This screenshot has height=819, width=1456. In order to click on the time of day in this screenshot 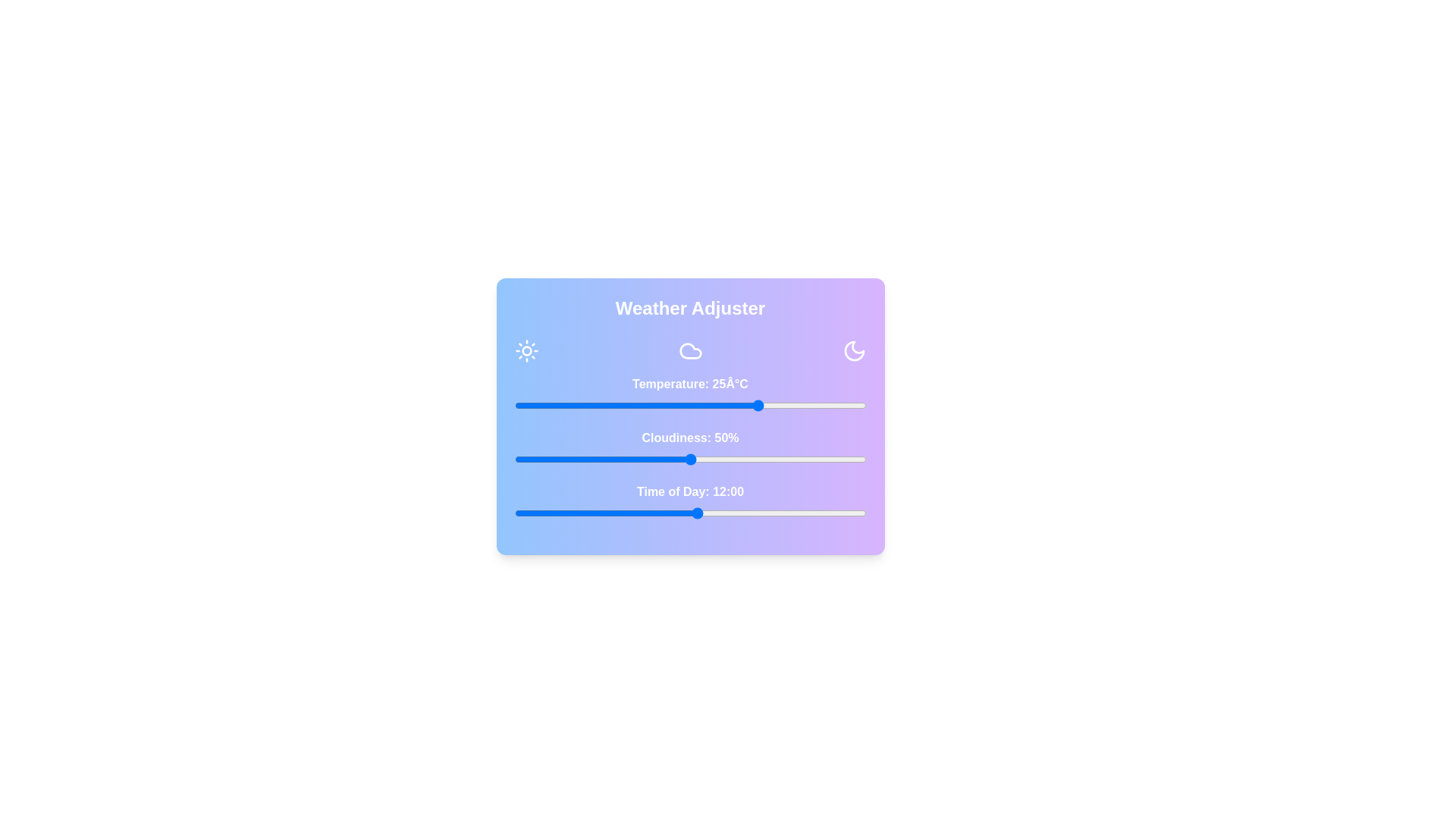, I will do `click(667, 513)`.